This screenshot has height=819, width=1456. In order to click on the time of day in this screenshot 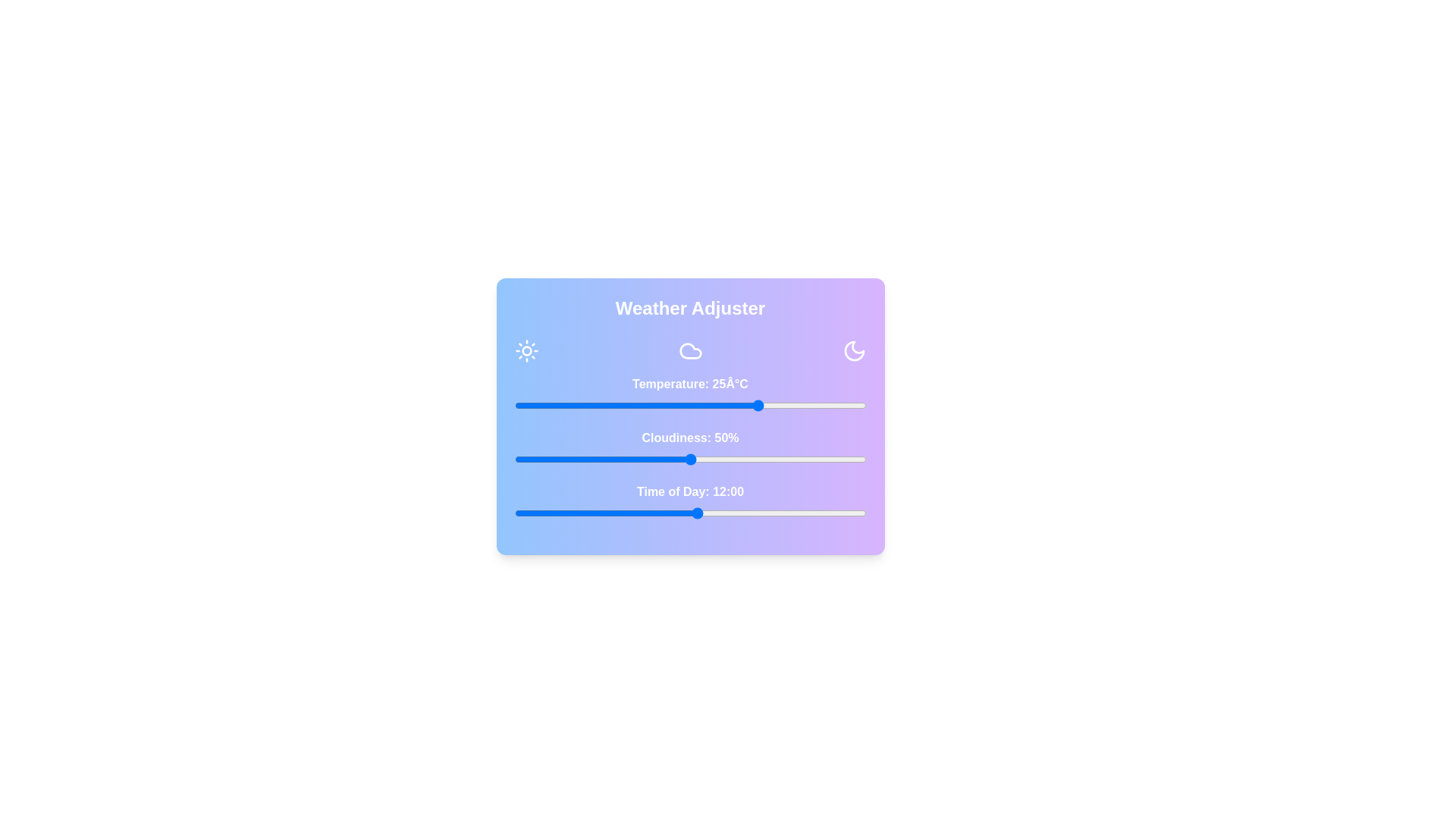, I will do `click(667, 513)`.